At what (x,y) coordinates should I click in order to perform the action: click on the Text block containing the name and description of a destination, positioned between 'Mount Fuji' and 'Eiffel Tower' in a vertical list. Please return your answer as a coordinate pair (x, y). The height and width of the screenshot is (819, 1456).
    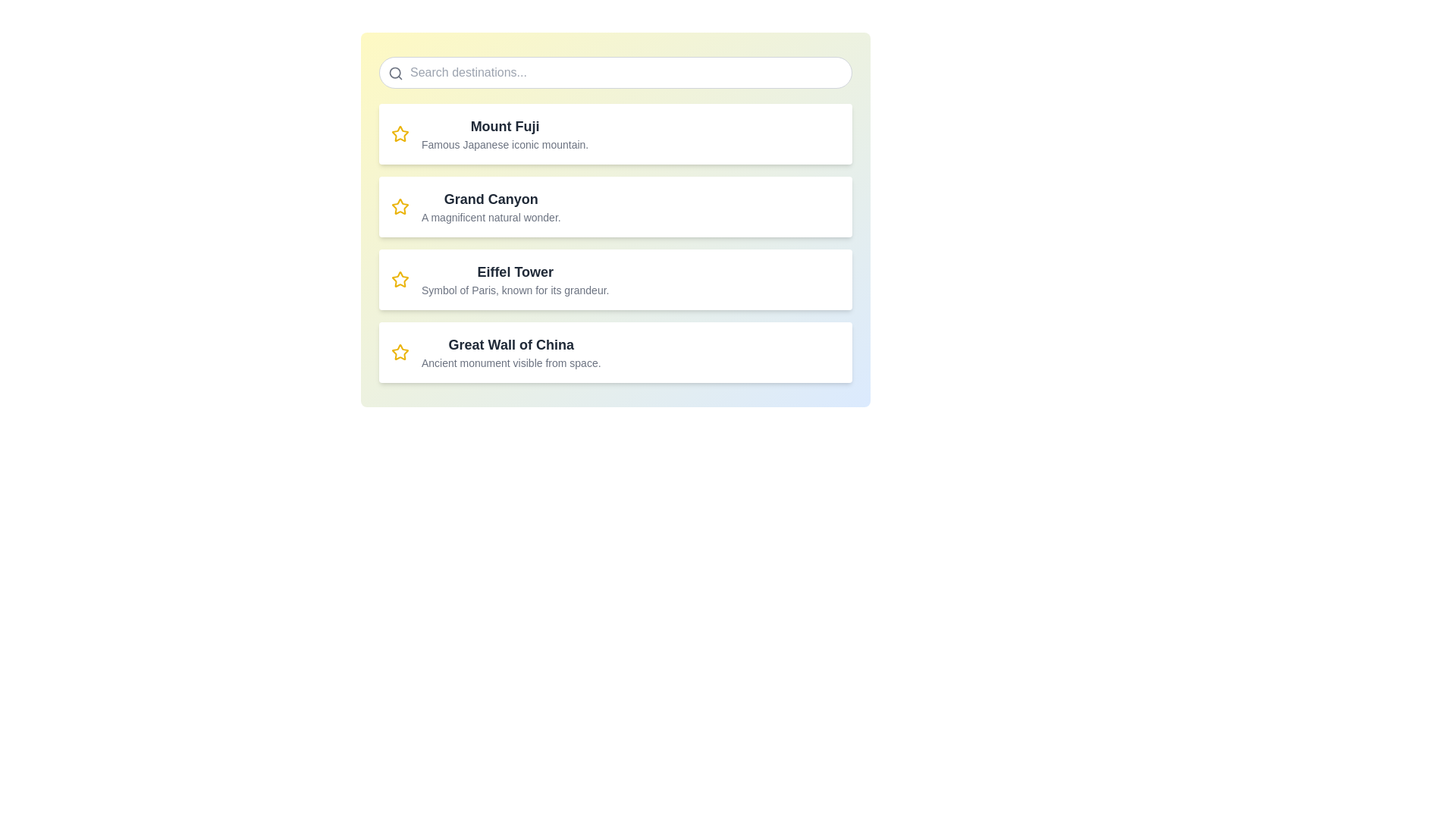
    Looking at the image, I should click on (491, 207).